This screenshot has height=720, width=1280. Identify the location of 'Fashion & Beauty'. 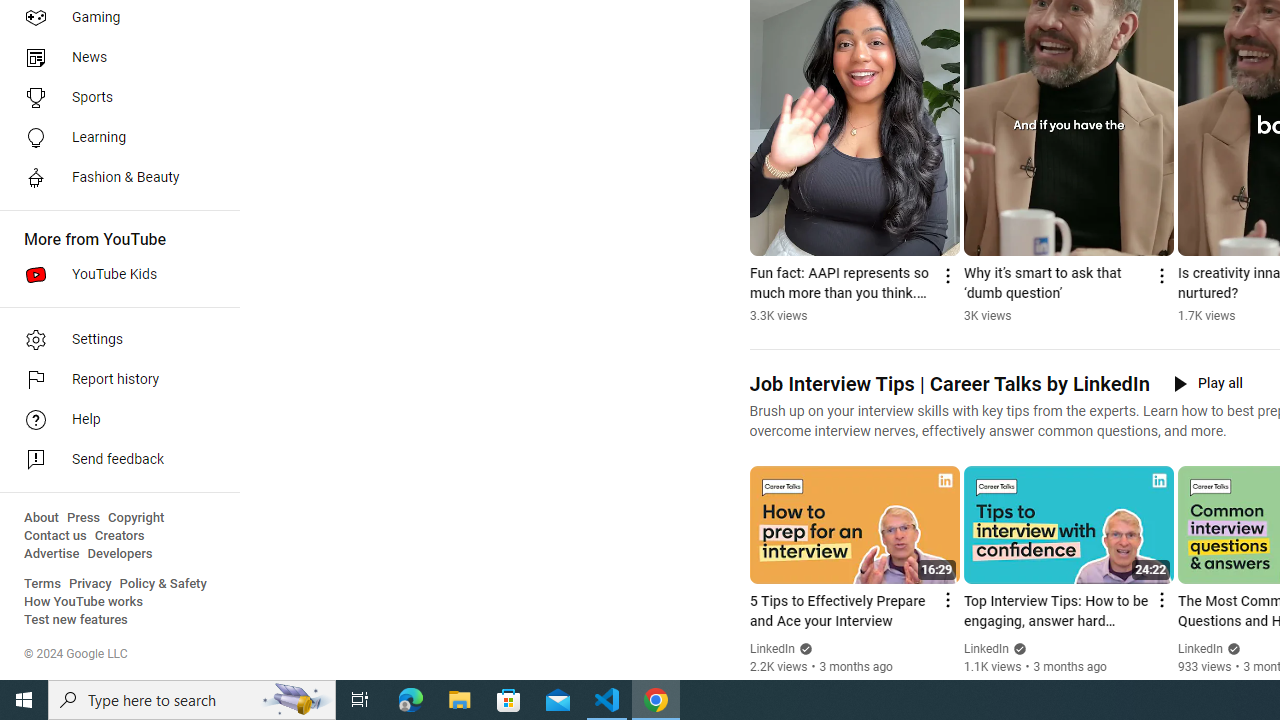
(112, 176).